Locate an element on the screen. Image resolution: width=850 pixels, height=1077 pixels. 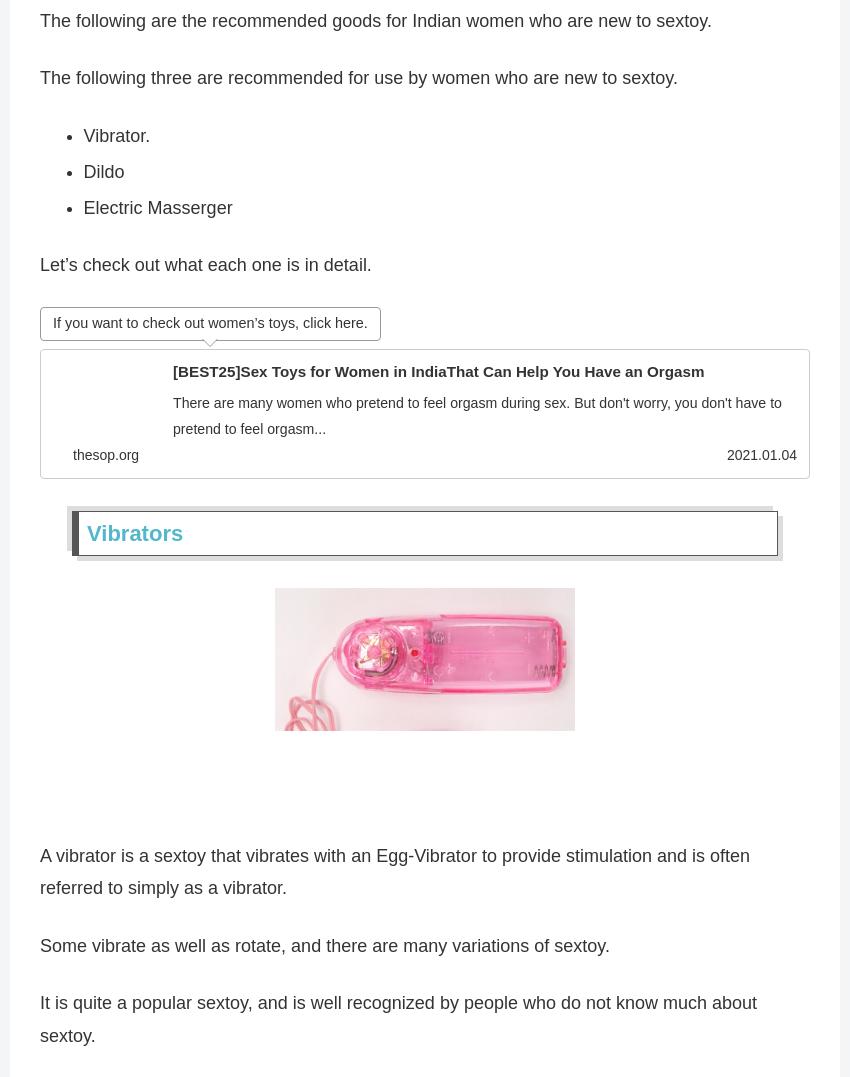
'2021.01.04' is located at coordinates (761, 460).